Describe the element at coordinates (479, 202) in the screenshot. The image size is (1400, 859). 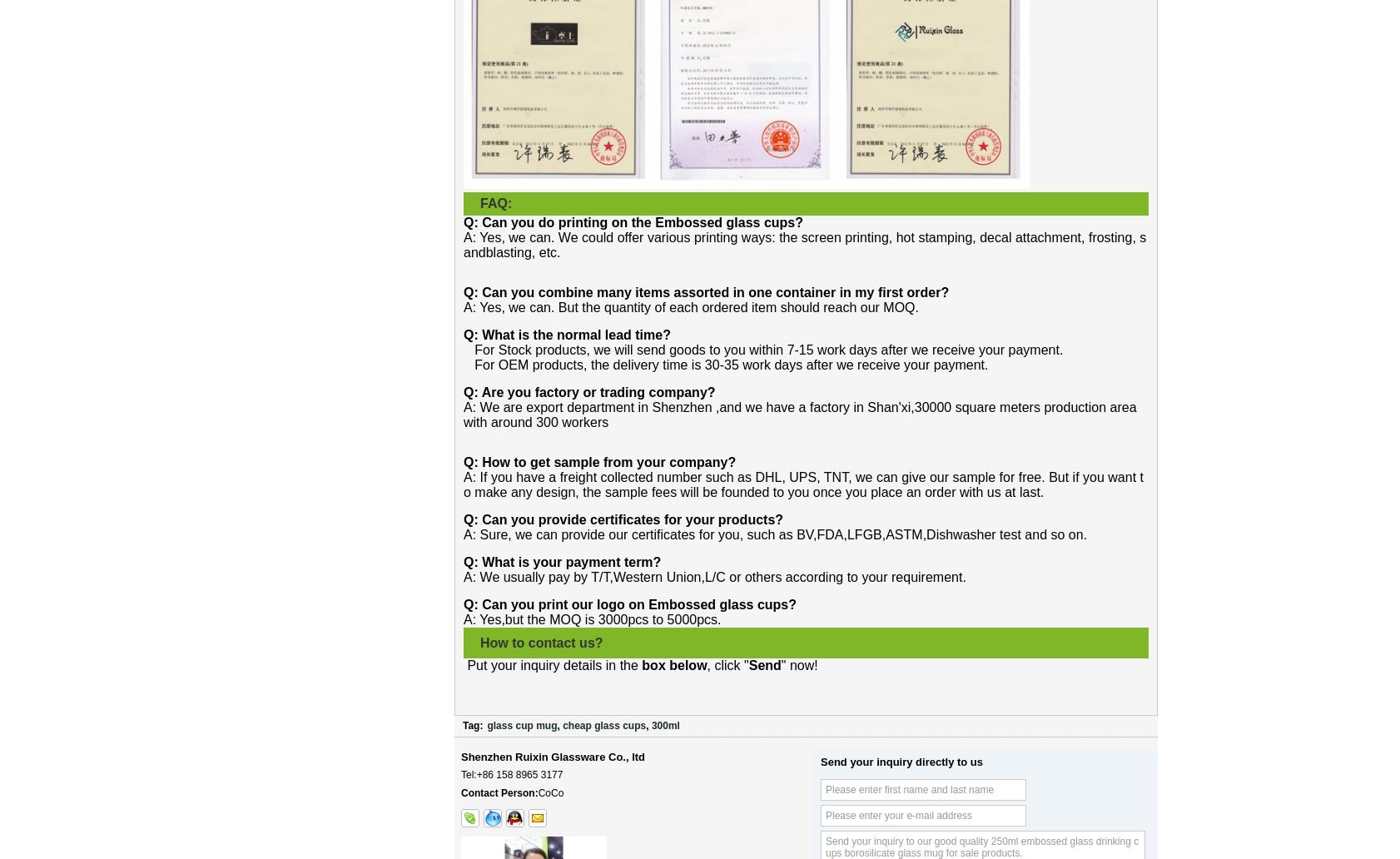
I see `'FAQ:'` at that location.